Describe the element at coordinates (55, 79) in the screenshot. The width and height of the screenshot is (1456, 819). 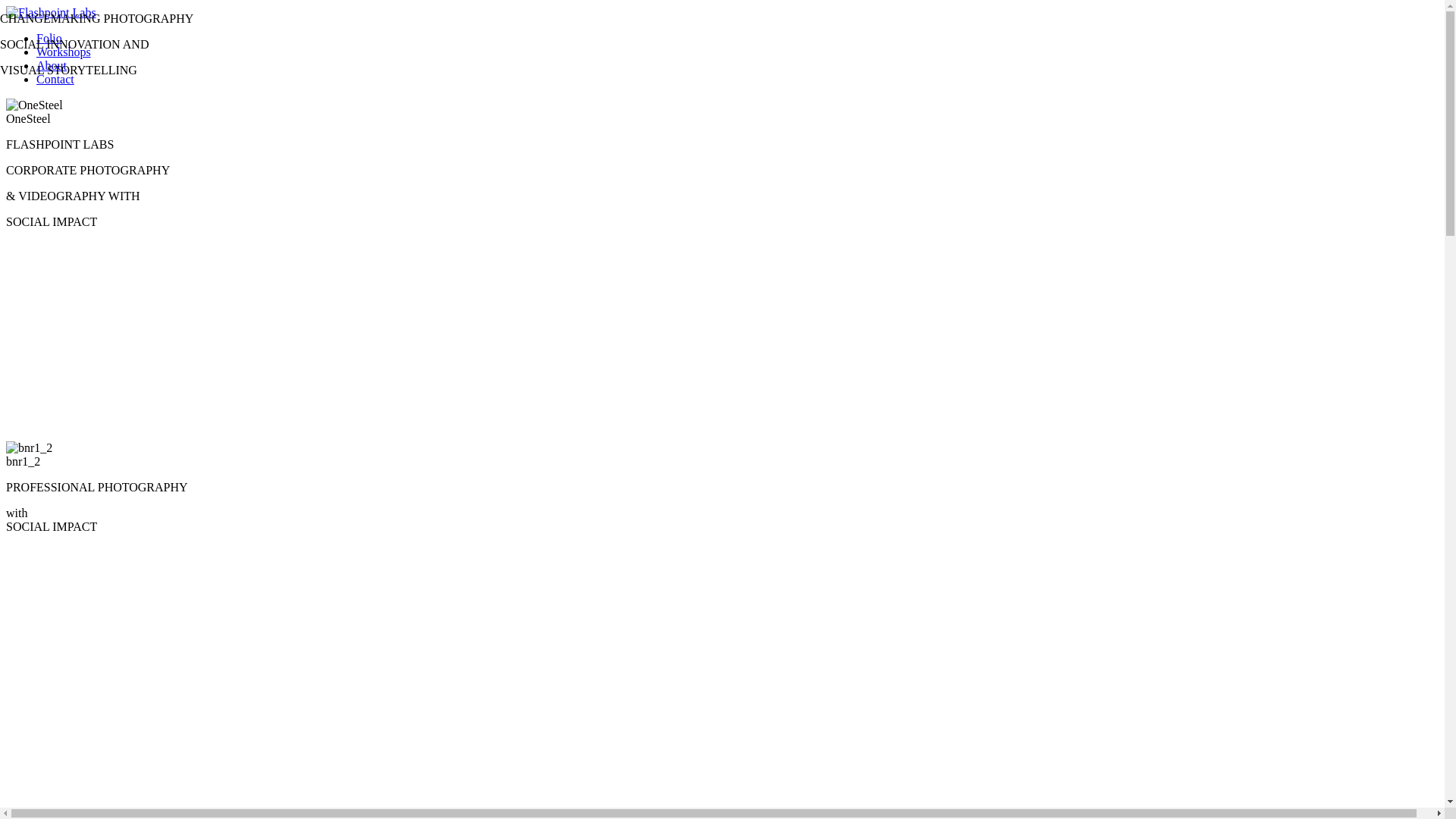
I see `'Contact'` at that location.